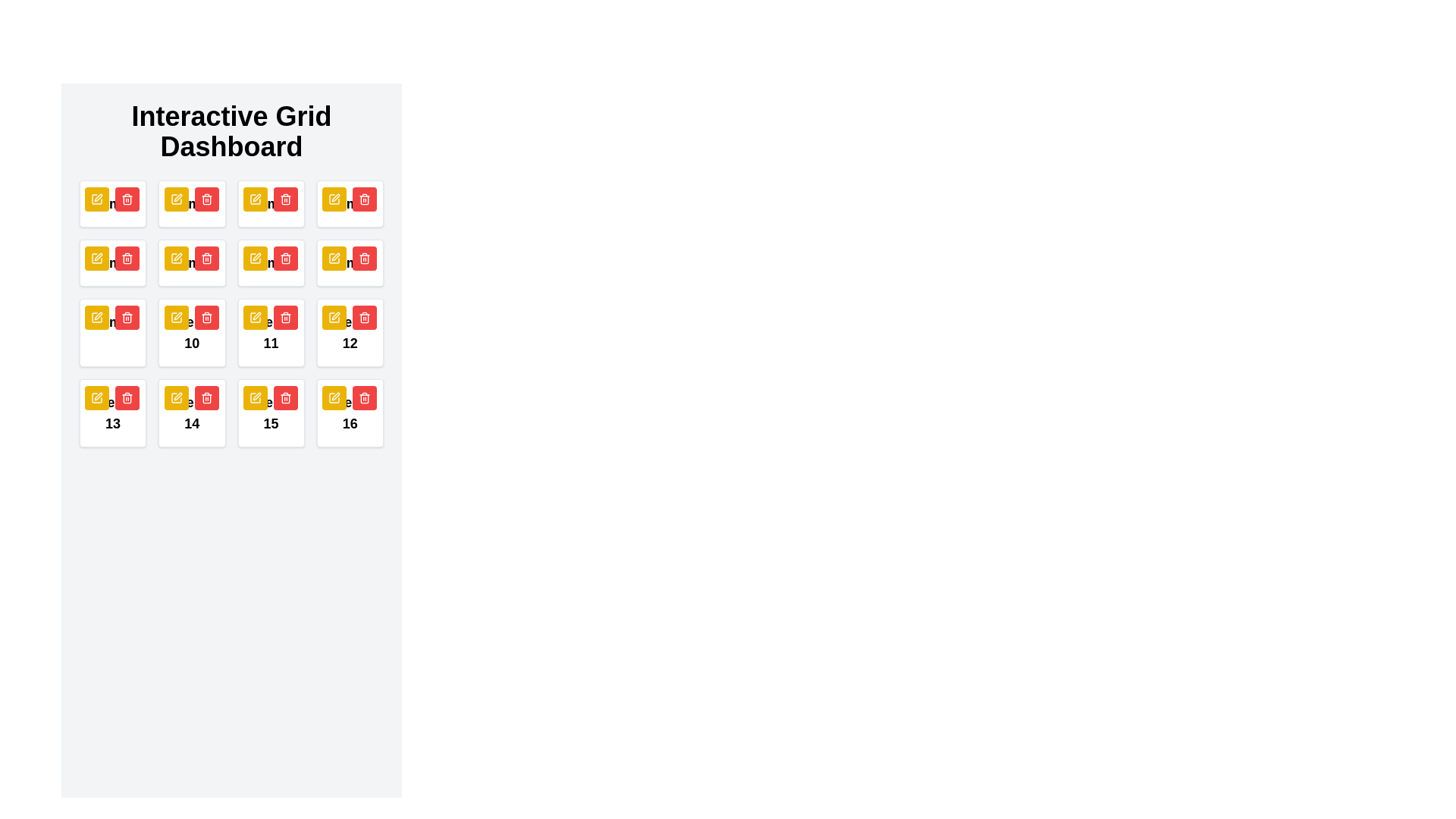  I want to click on the small, rounded, yellow icon button containing a pen-like graphic located in grid cell '11', so click(256, 315).